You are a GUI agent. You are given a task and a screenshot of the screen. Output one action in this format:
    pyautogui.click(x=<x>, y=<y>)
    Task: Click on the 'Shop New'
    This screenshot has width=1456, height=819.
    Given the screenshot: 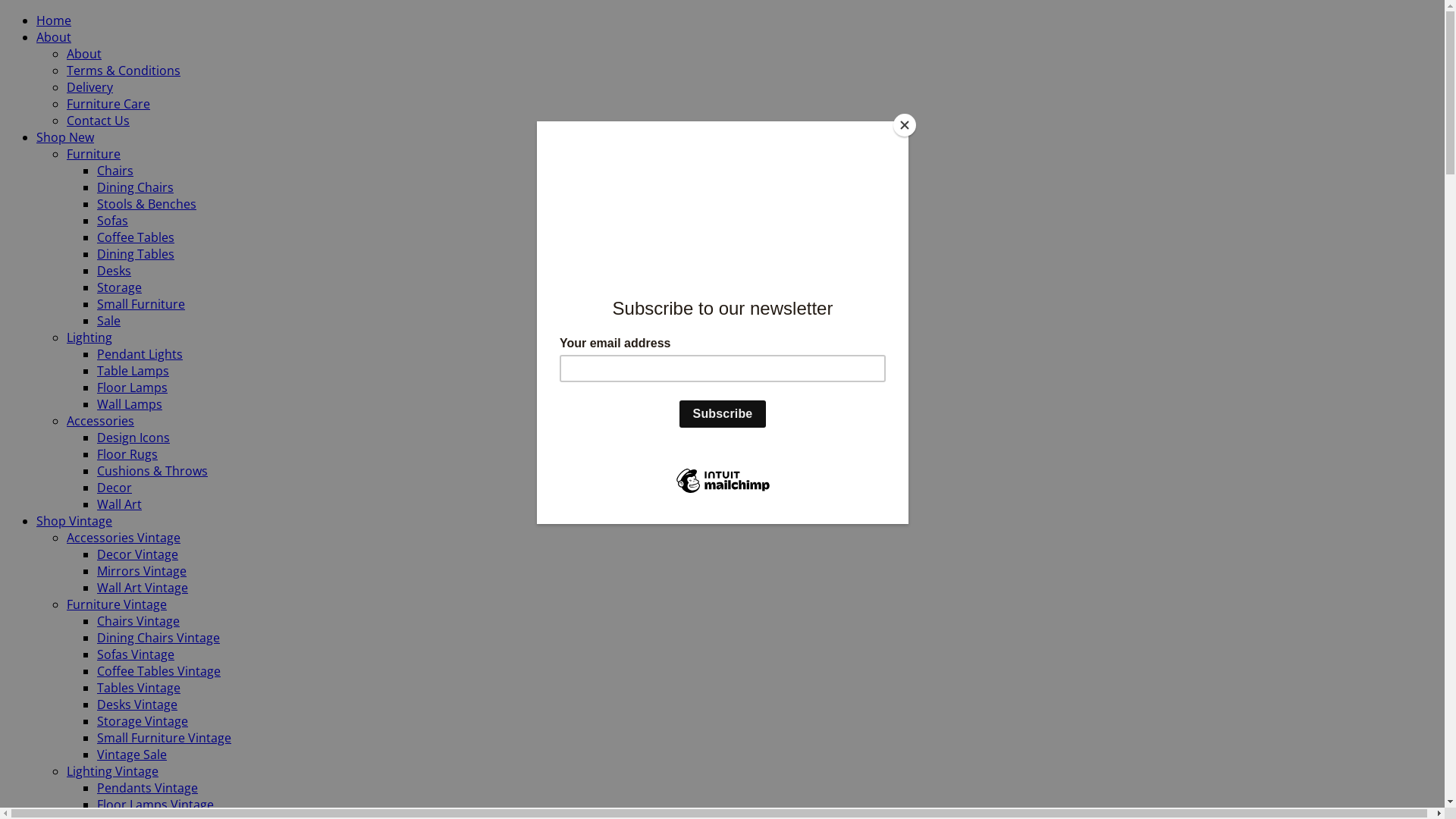 What is the action you would take?
    pyautogui.click(x=64, y=137)
    